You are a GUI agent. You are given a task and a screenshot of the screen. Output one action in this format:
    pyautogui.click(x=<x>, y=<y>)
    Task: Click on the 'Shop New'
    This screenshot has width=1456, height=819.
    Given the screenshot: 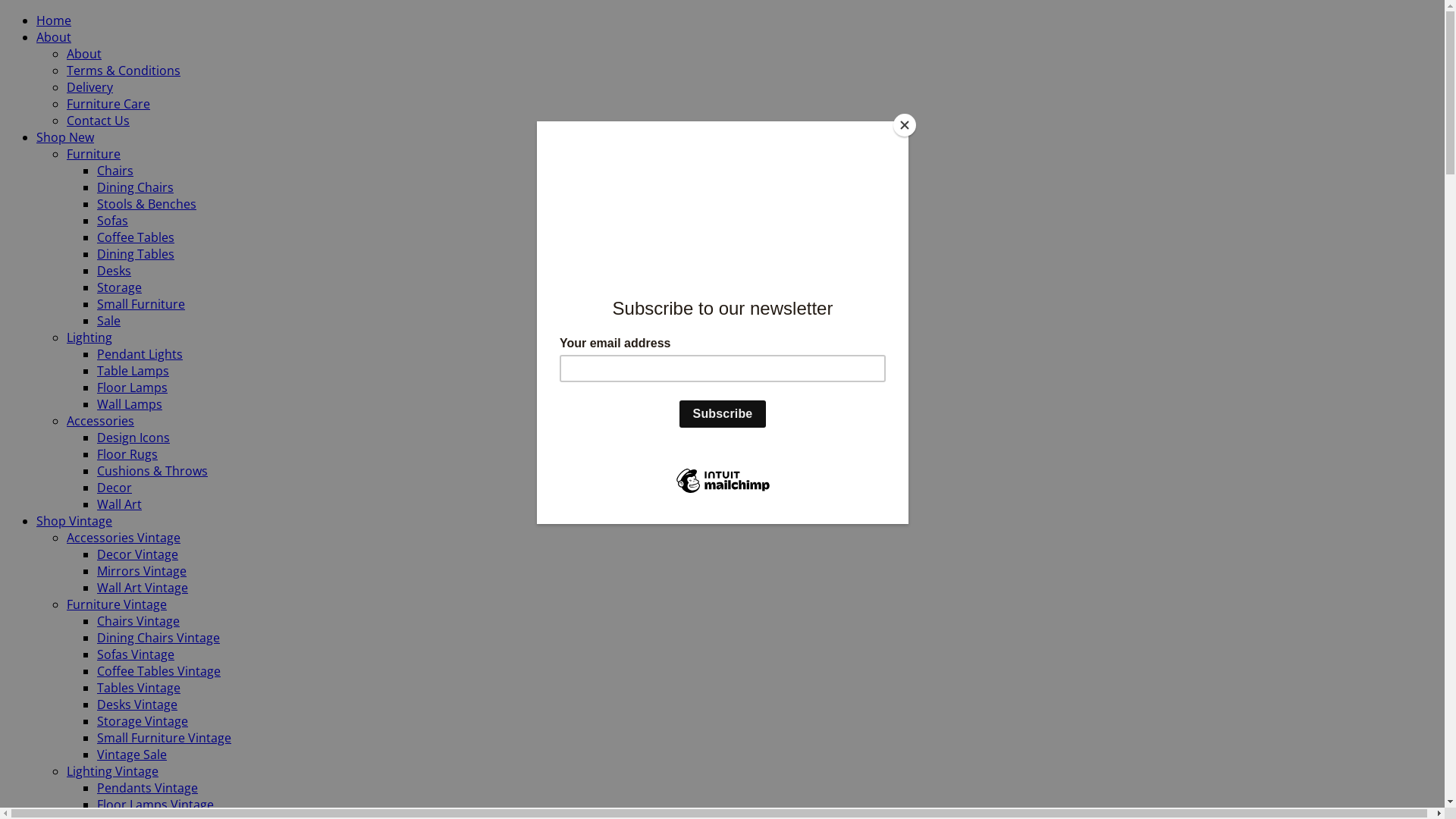 What is the action you would take?
    pyautogui.click(x=64, y=137)
    